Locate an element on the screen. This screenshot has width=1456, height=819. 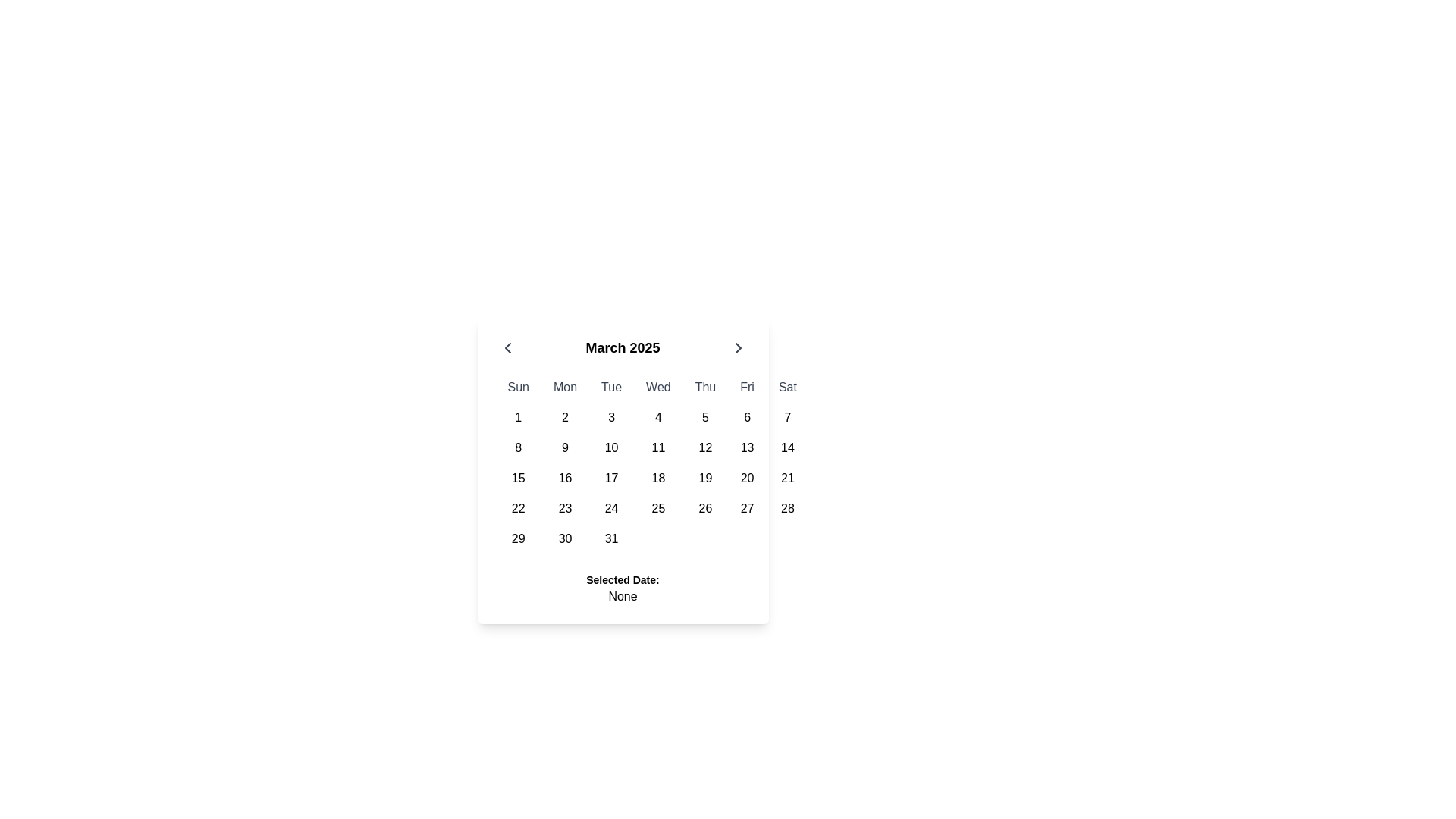
the chevron icon embedded within the navigation button at the top-right of the calendar interface is located at coordinates (738, 348).